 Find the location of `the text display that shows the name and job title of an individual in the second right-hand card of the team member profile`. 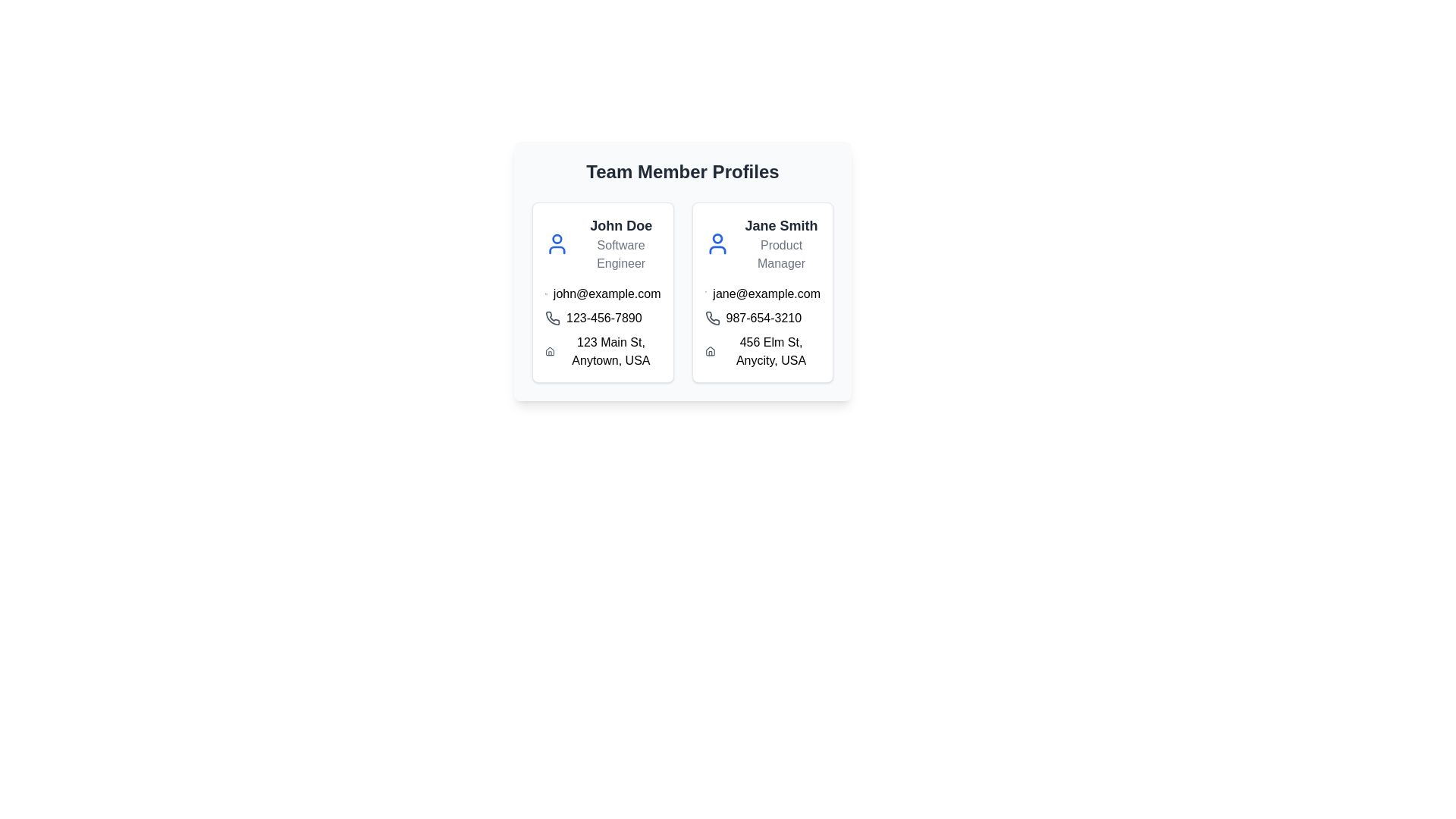

the text display that shows the name and job title of an individual in the second right-hand card of the team member profile is located at coordinates (781, 243).